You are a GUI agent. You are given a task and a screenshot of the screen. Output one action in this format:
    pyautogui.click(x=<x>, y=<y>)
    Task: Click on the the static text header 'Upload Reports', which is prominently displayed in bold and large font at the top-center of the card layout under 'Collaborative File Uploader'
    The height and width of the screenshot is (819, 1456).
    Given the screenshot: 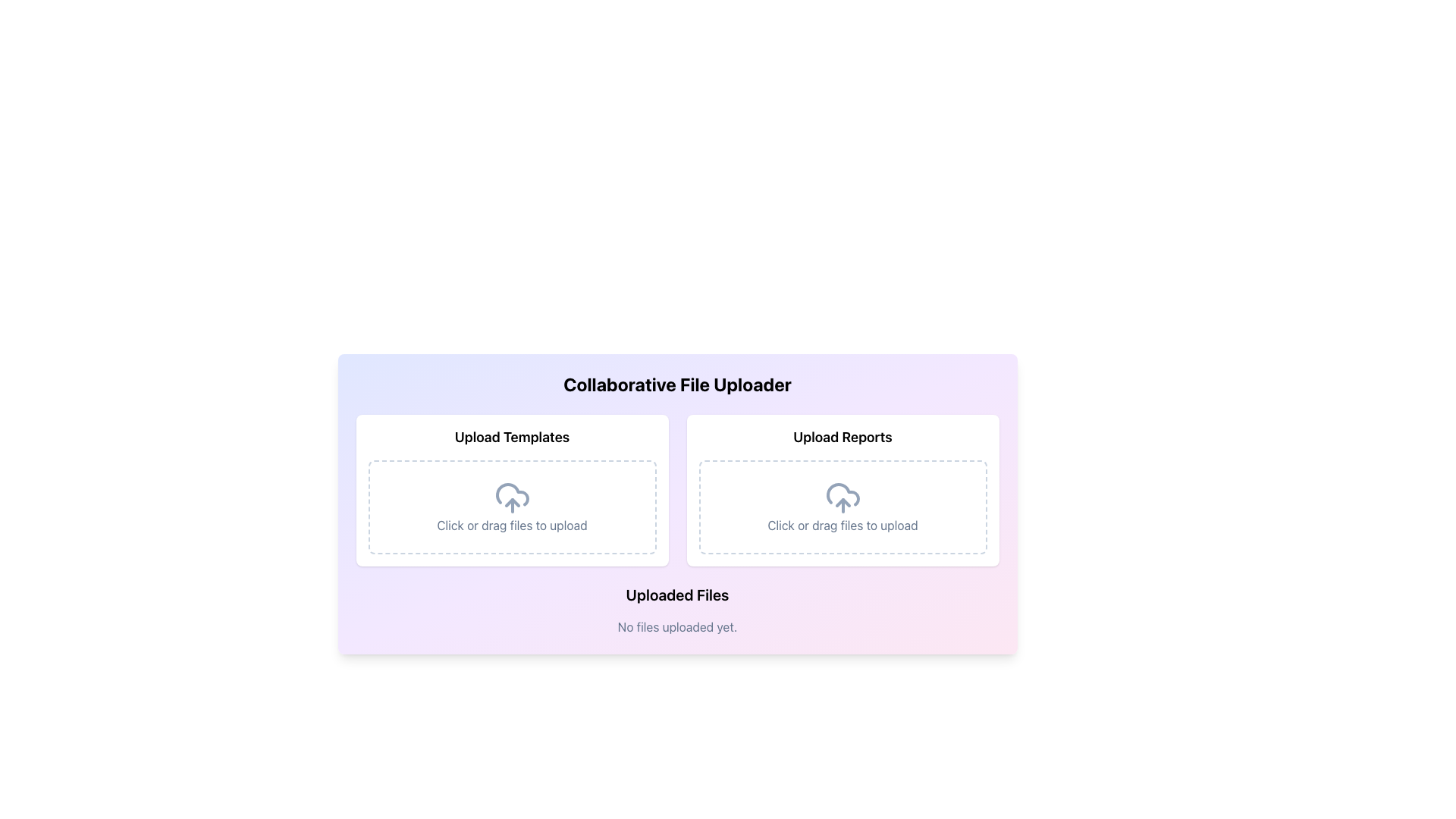 What is the action you would take?
    pyautogui.click(x=842, y=438)
    